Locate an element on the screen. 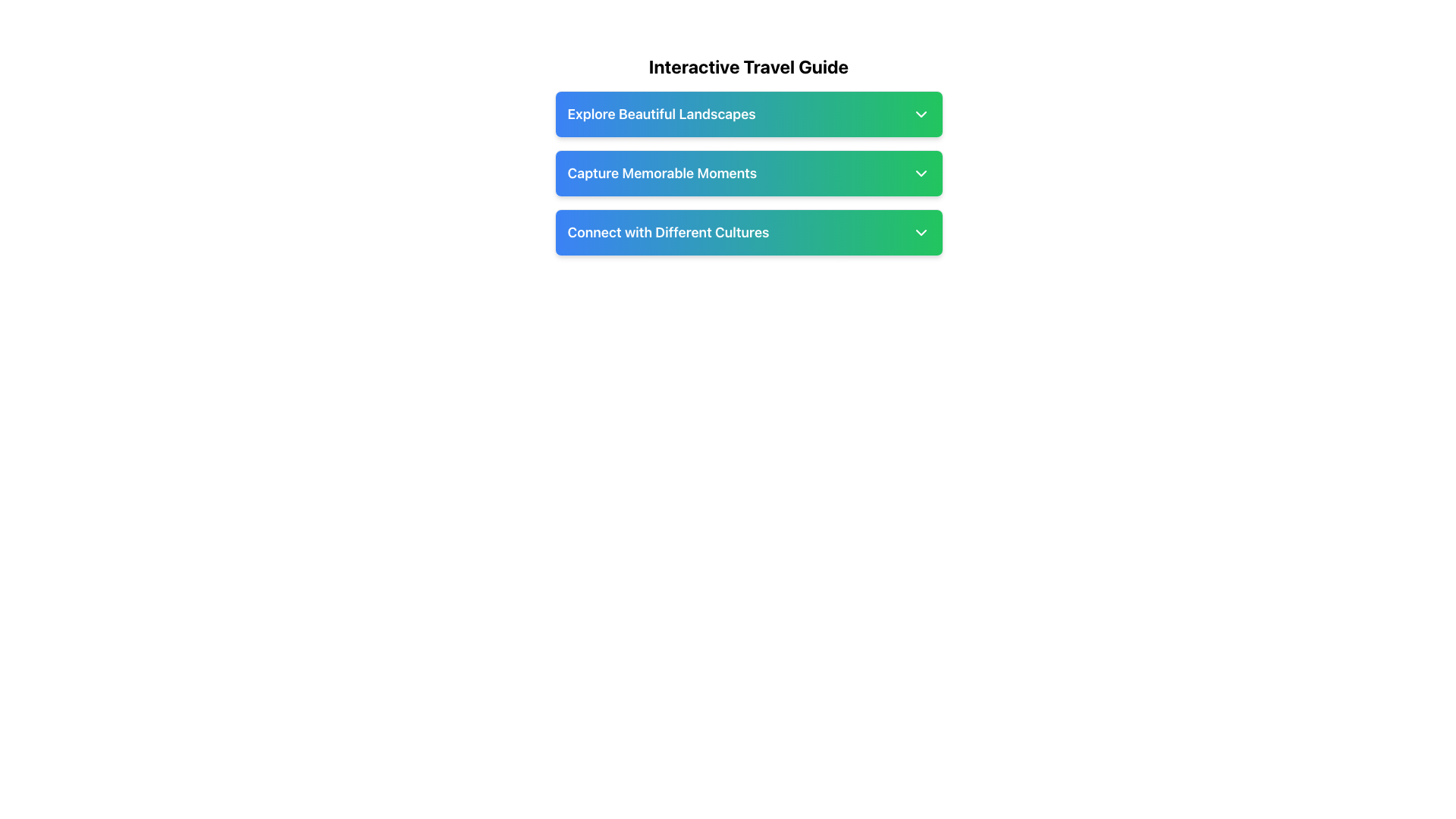 The height and width of the screenshot is (819, 1456). the expandable panel titled 'Connect with Different Cultures' is located at coordinates (748, 233).